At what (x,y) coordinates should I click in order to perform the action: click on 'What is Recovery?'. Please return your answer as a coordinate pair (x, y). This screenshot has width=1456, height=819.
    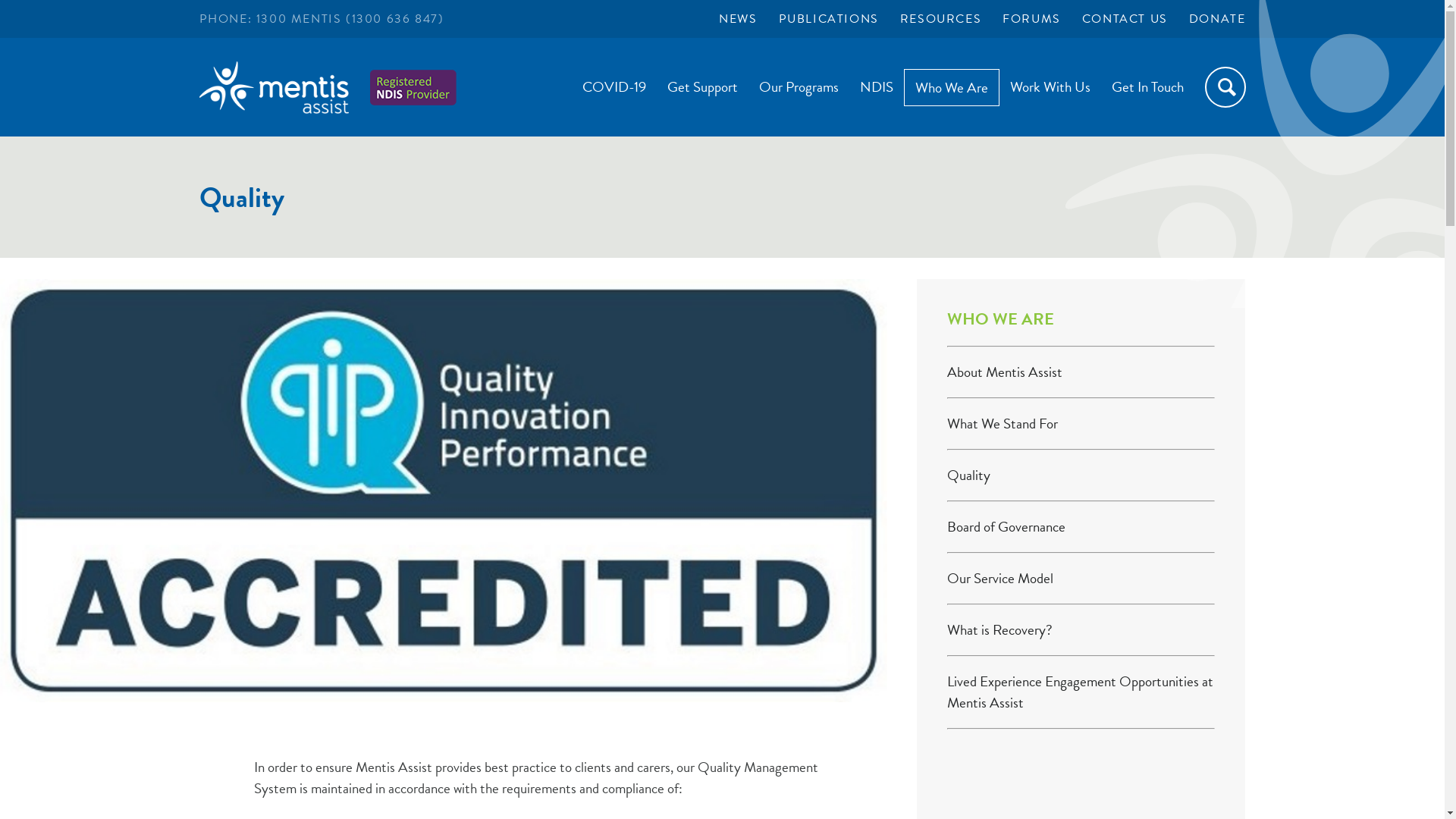
    Looking at the image, I should click on (946, 629).